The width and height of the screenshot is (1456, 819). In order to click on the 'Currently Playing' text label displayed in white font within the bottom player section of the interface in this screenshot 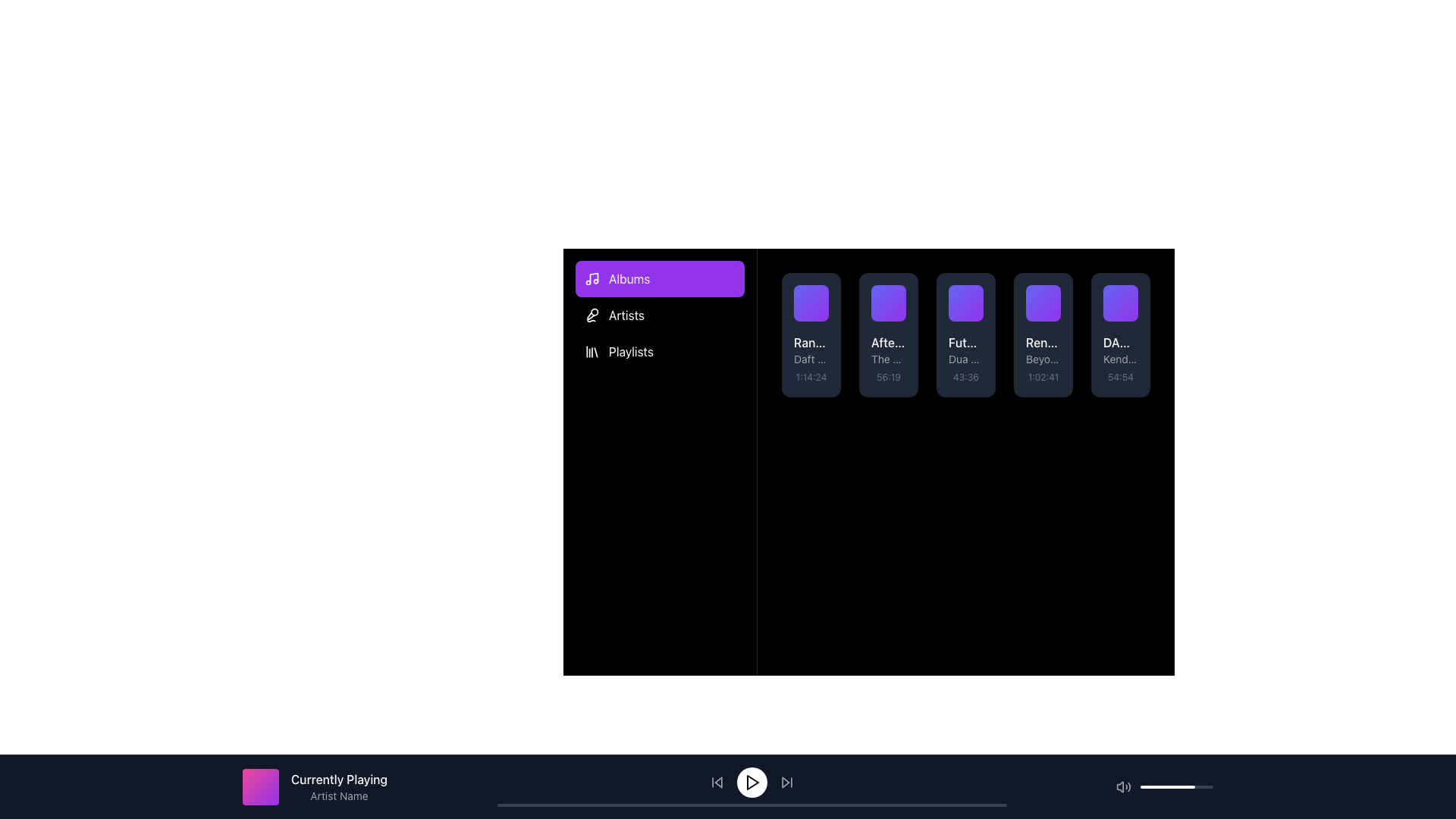, I will do `click(338, 780)`.